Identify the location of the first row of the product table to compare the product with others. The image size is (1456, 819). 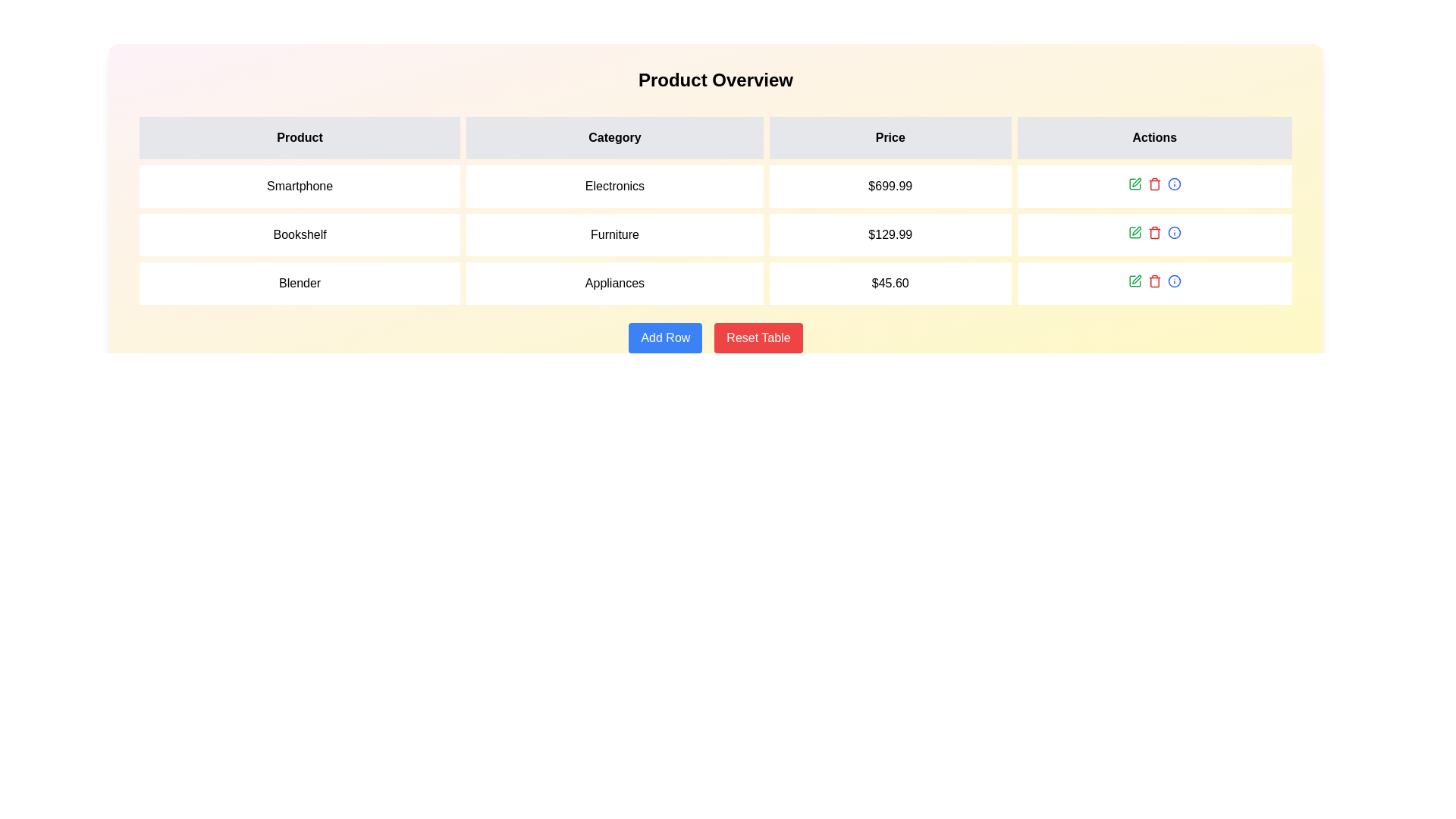
(715, 186).